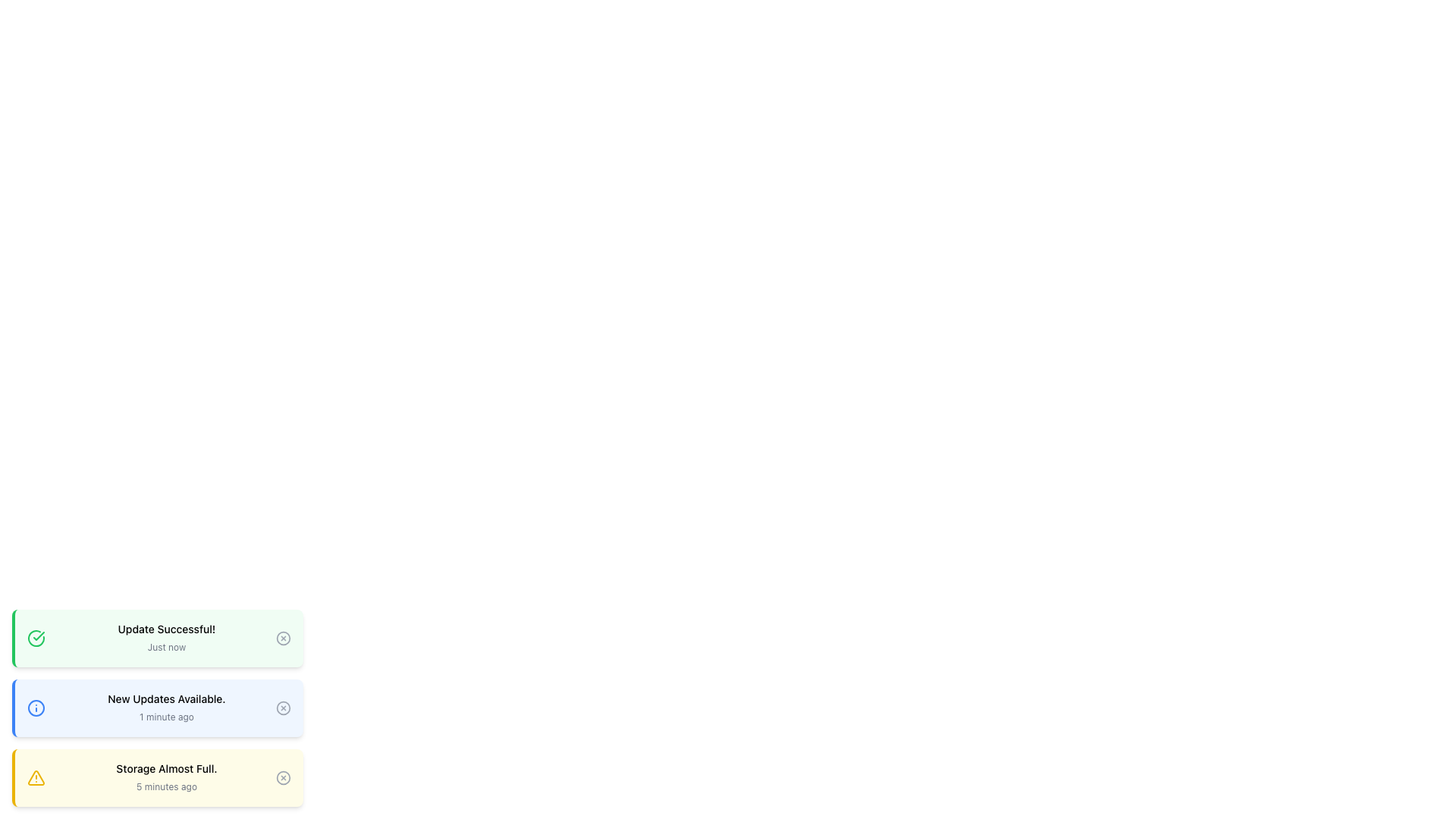 The height and width of the screenshot is (819, 1456). What do you see at coordinates (36, 708) in the screenshot?
I see `the circular icon with a blue border and a centered dot, which is located at the leftmost part of the 'New Updates Available' notification` at bounding box center [36, 708].